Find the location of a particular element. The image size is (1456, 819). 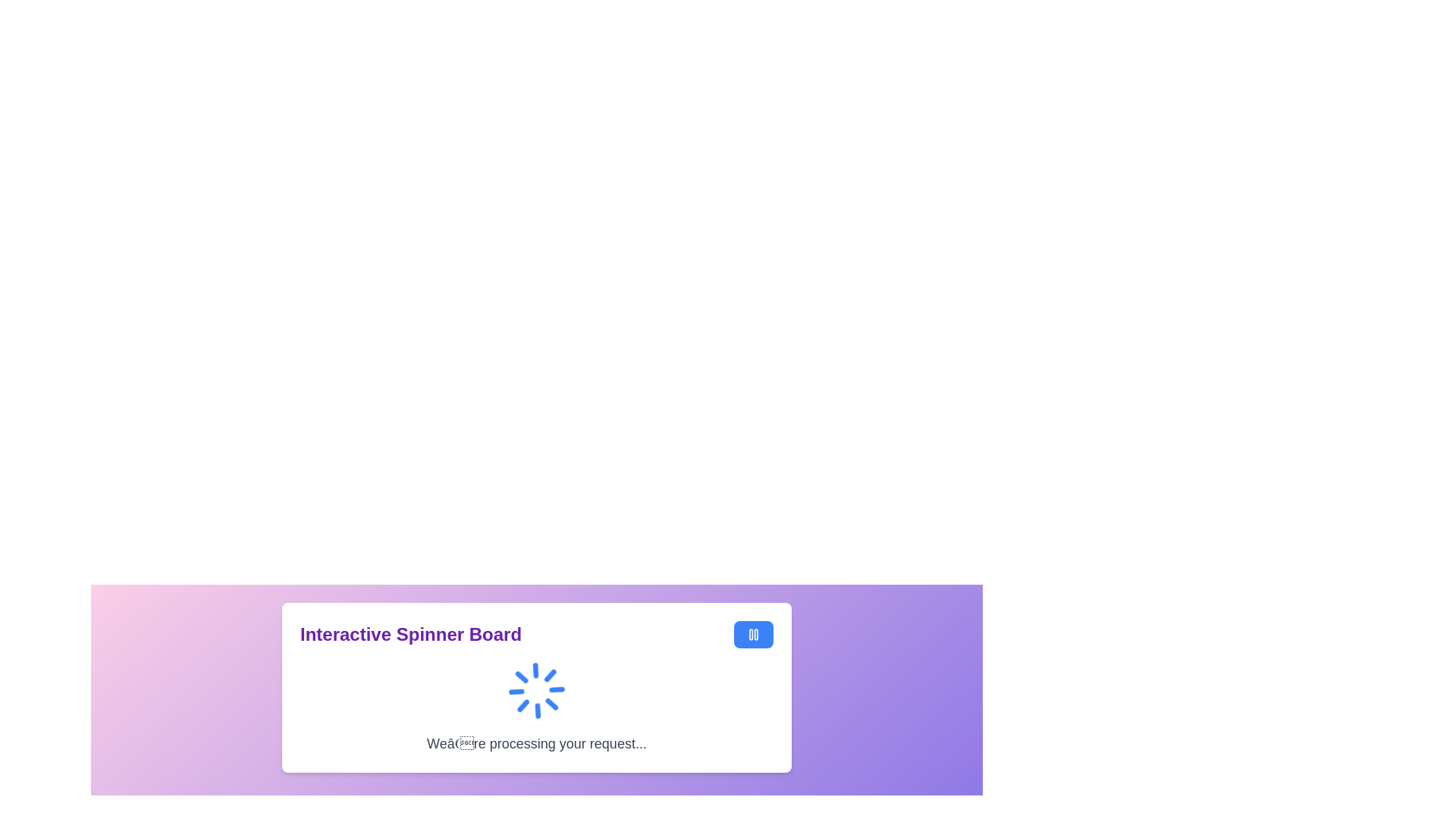

small chevron-shaped decorative vector graphic element located in the bottom-right quadrant of the spinner for debugging purposes is located at coordinates (550, 704).